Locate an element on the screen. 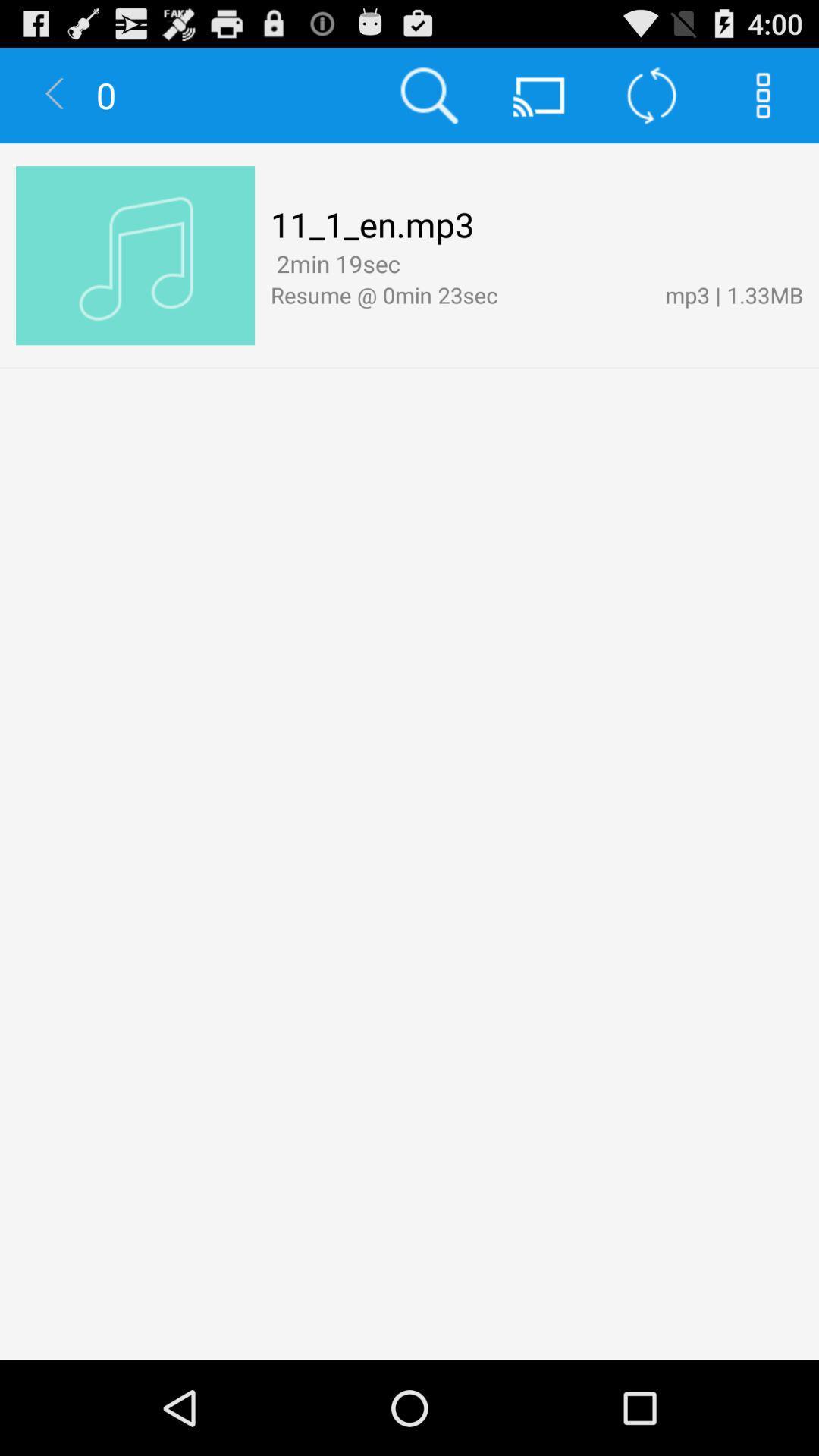 The width and height of the screenshot is (819, 1456). button right to search button is located at coordinates (539, 94).